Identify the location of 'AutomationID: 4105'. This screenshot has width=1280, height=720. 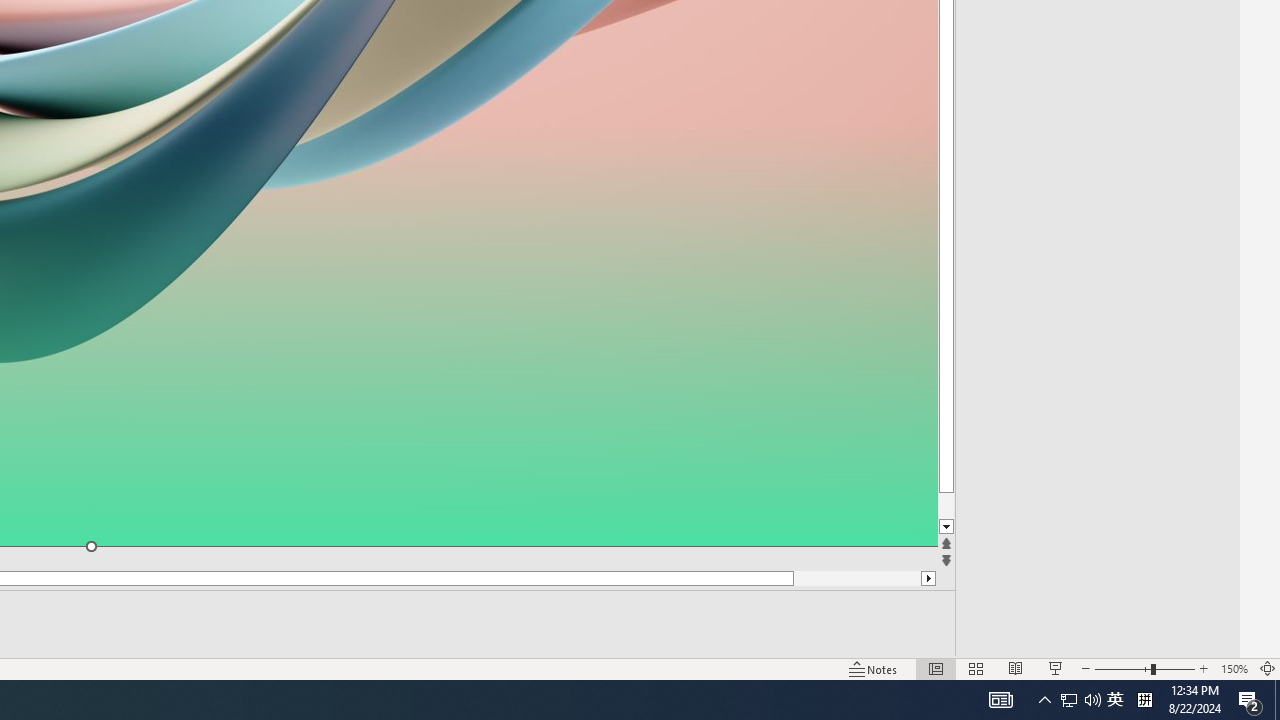
(1000, 698).